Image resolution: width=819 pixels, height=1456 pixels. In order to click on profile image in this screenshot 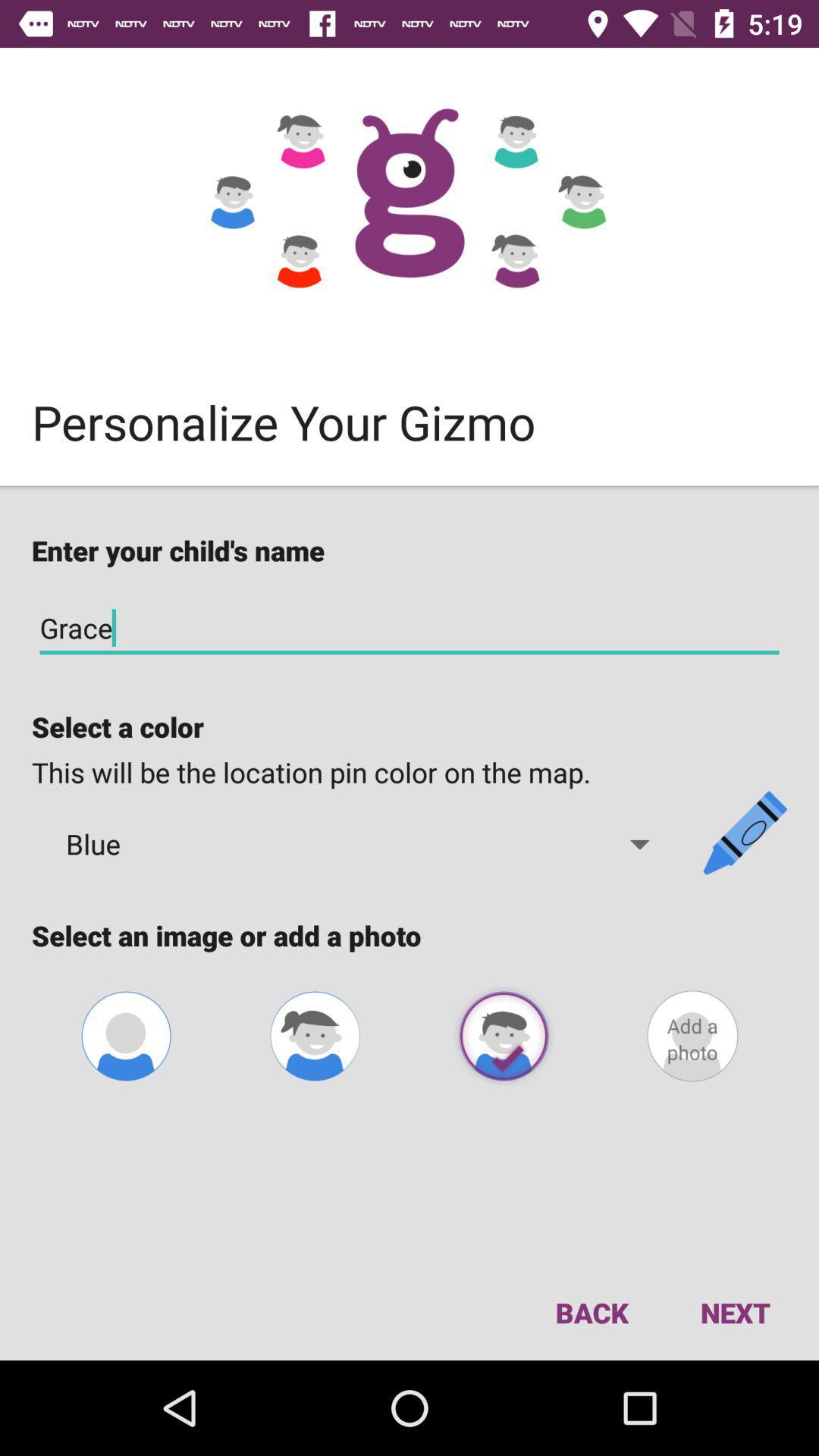, I will do `click(504, 1035)`.